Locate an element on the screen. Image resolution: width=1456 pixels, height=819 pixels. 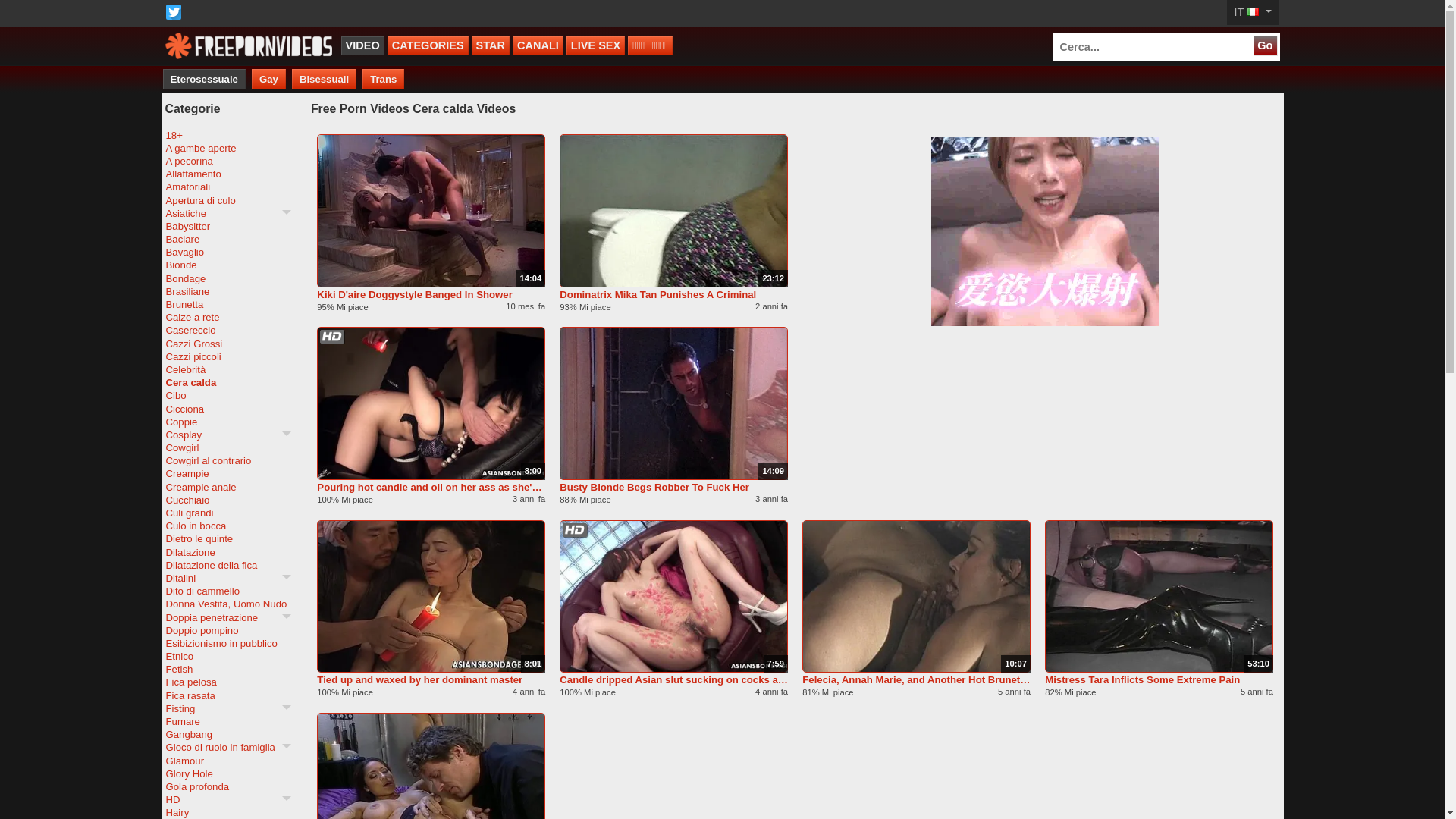
'HD' is located at coordinates (227, 799).